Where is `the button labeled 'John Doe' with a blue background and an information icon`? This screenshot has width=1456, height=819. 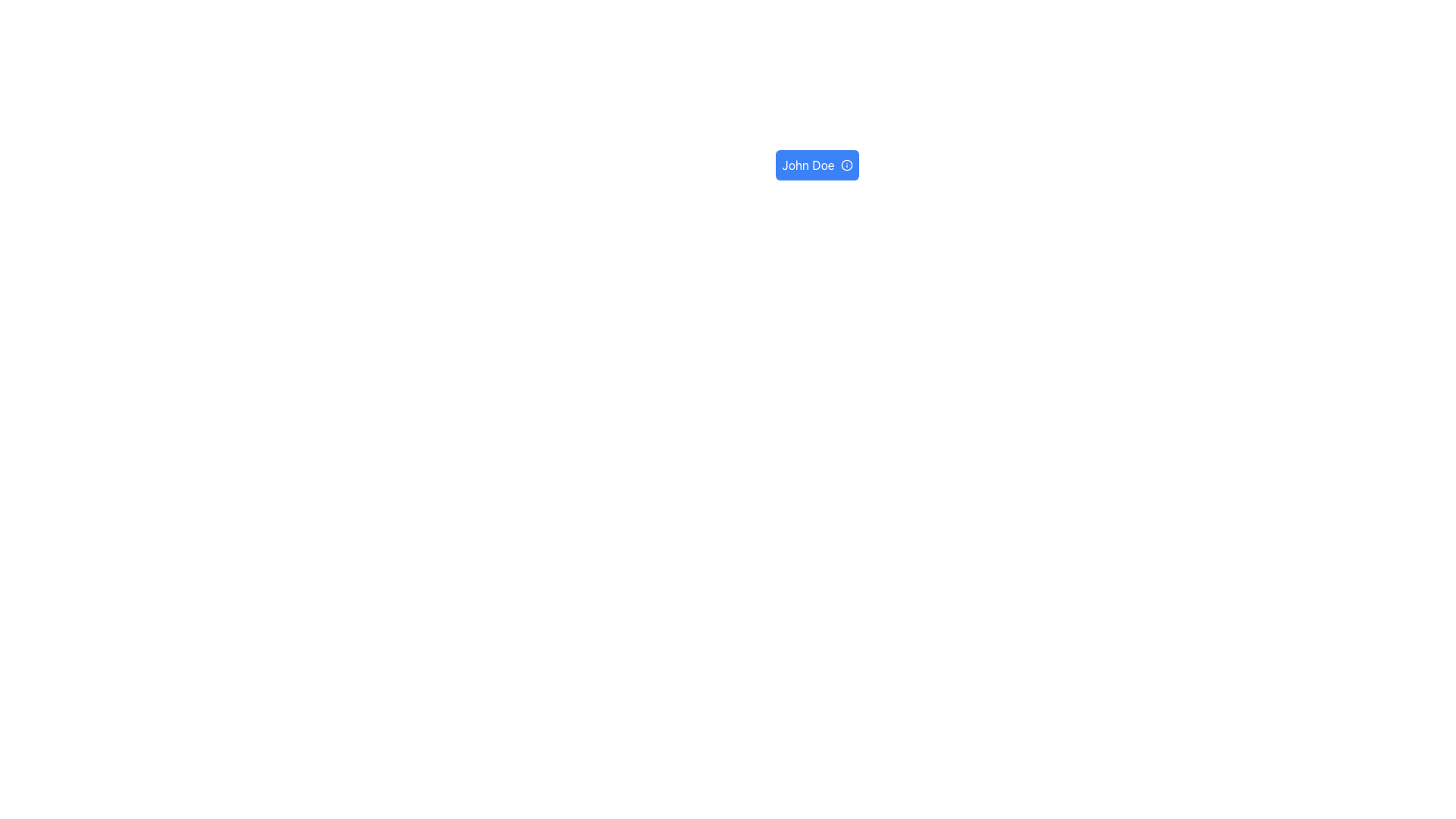 the button labeled 'John Doe' with a blue background and an information icon is located at coordinates (817, 165).